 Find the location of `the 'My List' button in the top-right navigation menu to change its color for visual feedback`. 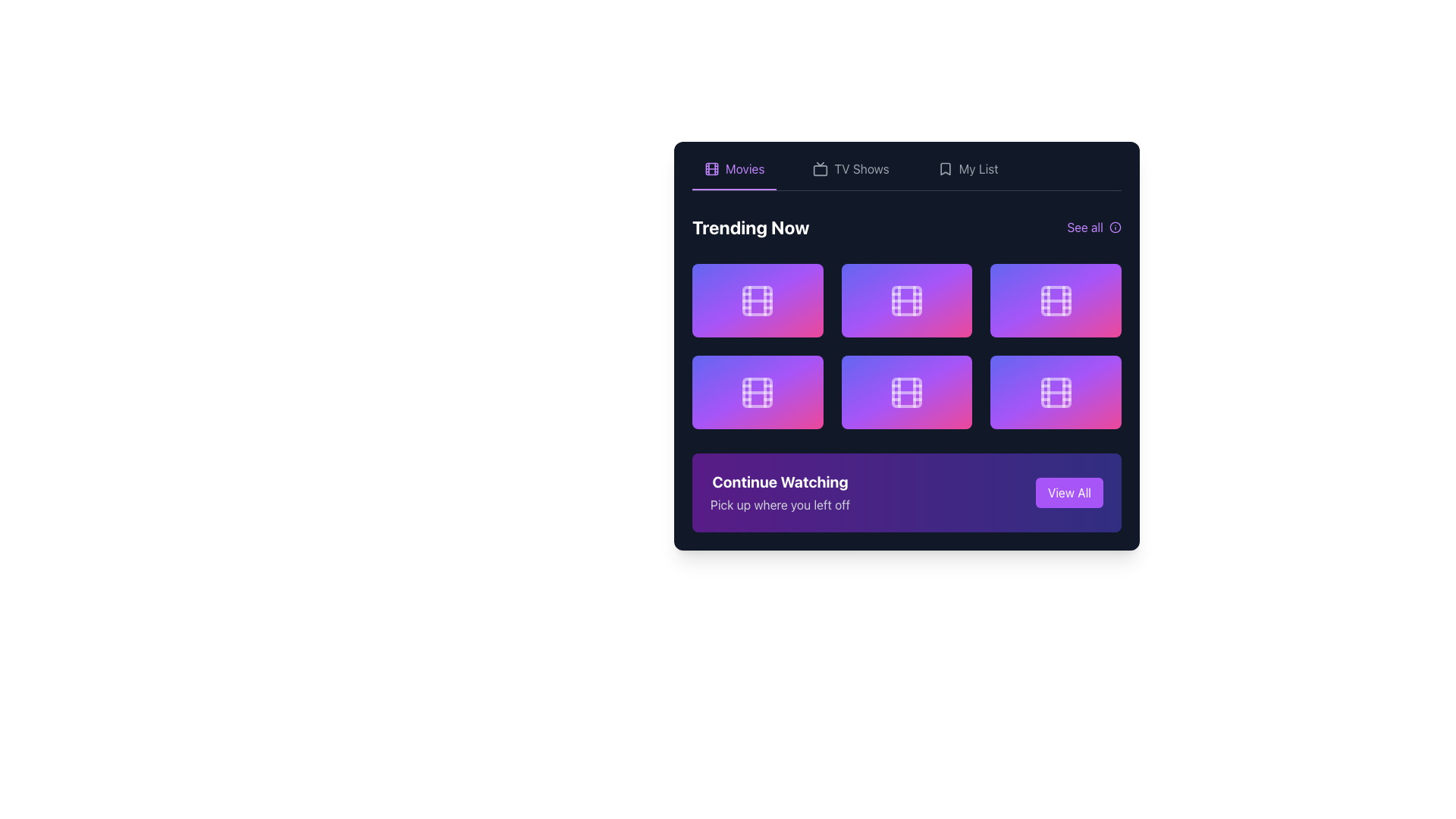

the 'My List' button in the top-right navigation menu to change its color for visual feedback is located at coordinates (967, 174).